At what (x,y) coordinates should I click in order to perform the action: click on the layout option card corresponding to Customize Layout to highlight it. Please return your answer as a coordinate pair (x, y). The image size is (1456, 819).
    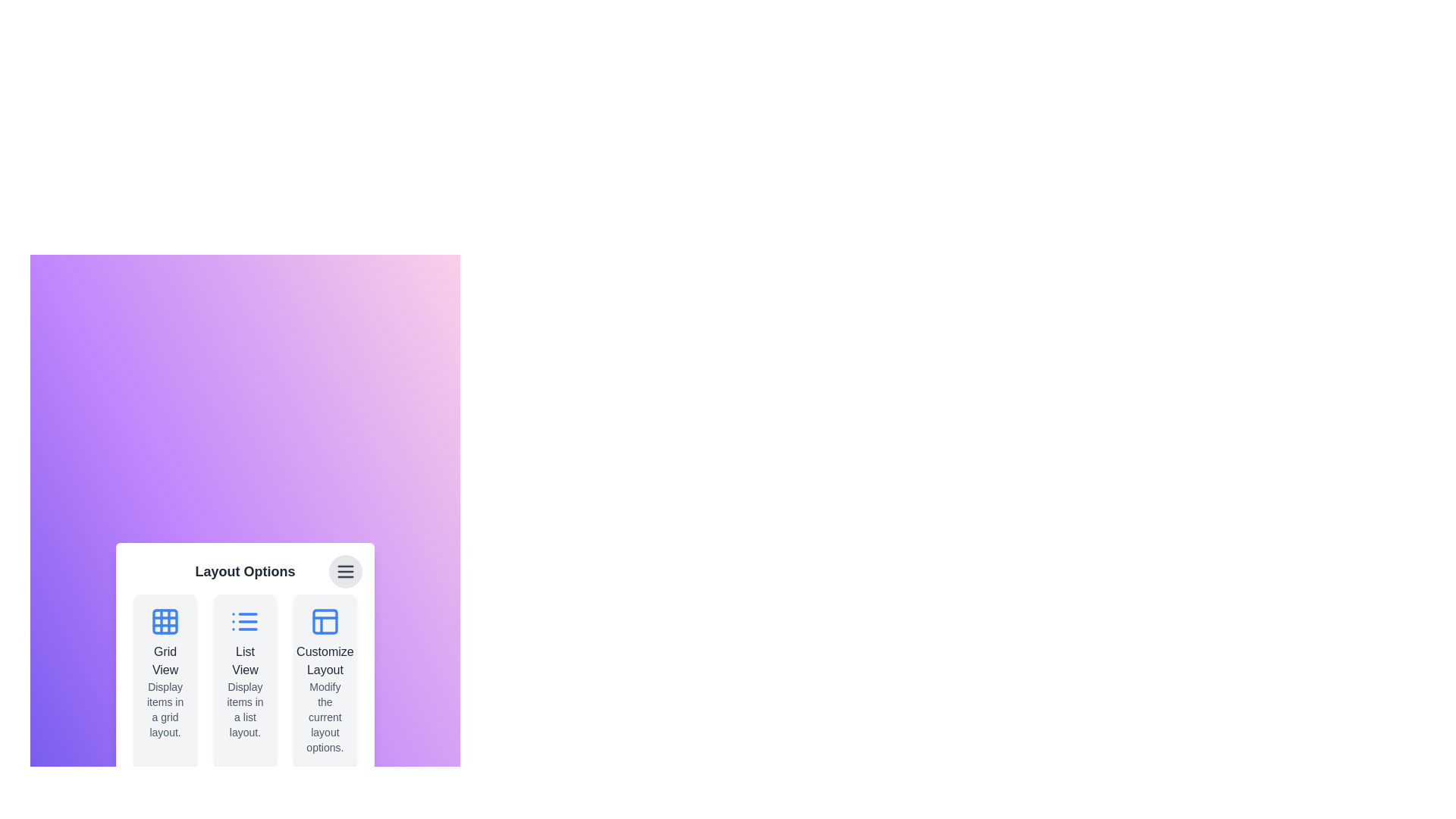
    Looking at the image, I should click on (323, 680).